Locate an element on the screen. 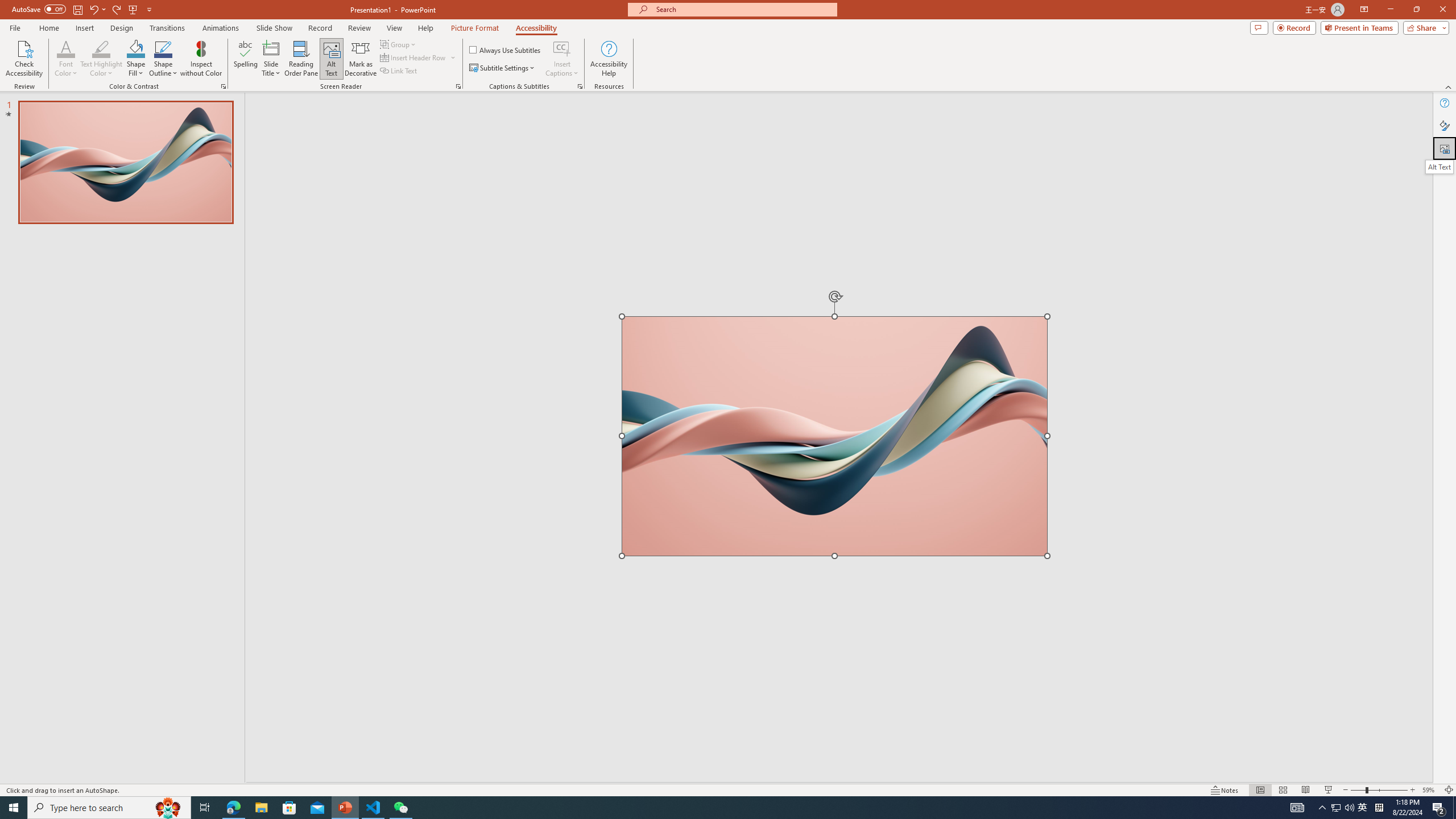 This screenshot has height=819, width=1456. 'Reading Order Pane' is located at coordinates (301, 59).